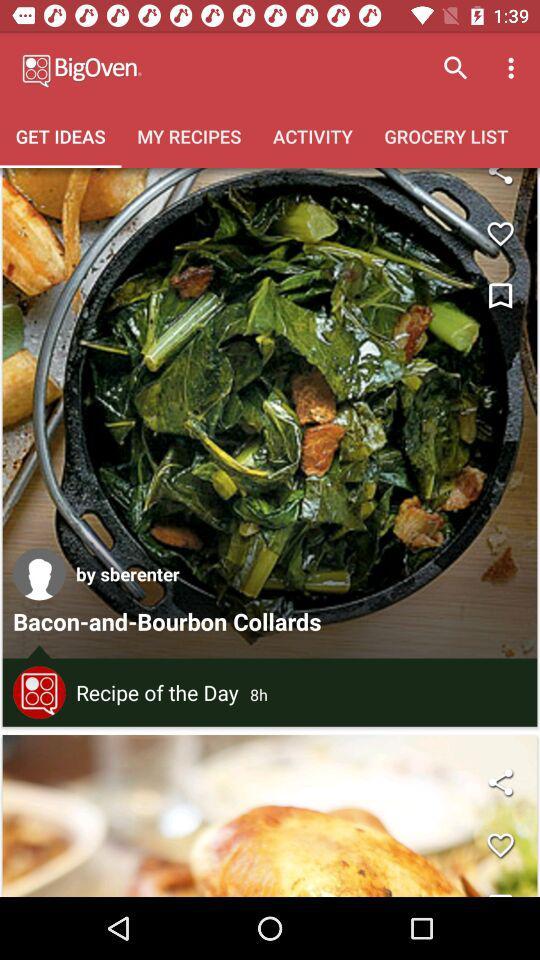 This screenshot has height=960, width=540. Describe the element at coordinates (39, 574) in the screenshot. I see `user profile picture icon` at that location.